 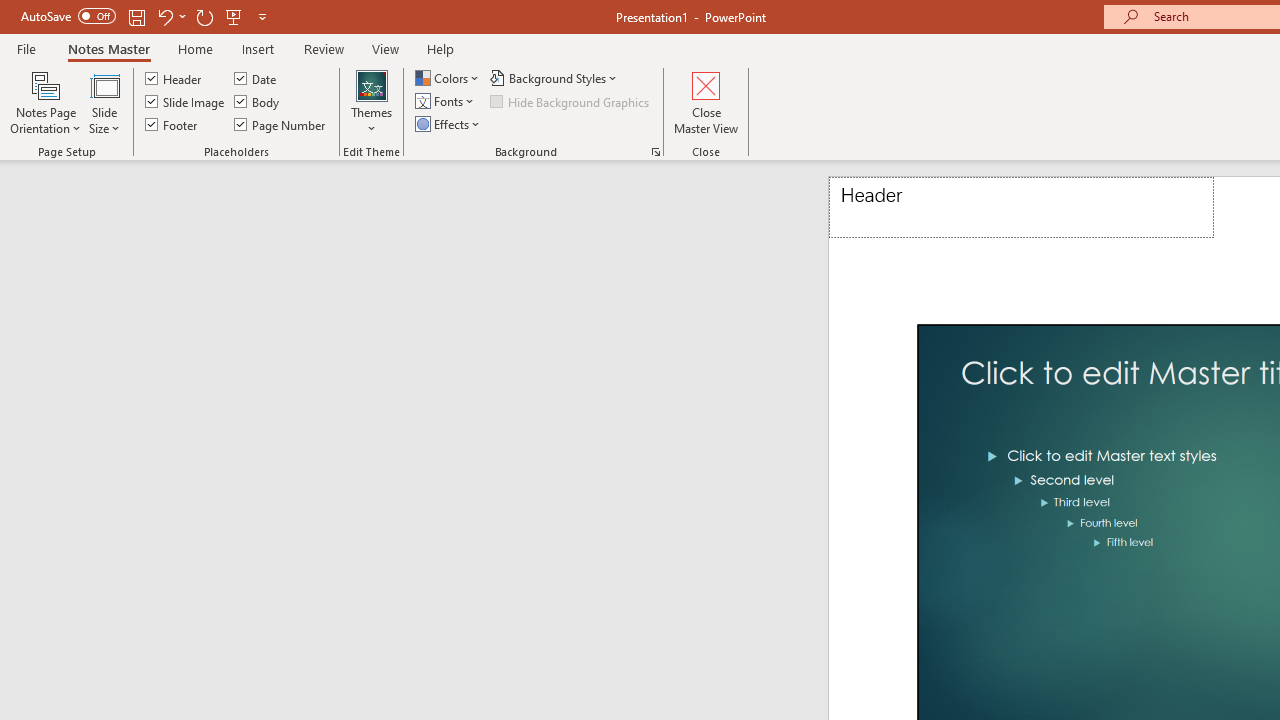 What do you see at coordinates (656, 150) in the screenshot?
I see `'Format Background...'` at bounding box center [656, 150].